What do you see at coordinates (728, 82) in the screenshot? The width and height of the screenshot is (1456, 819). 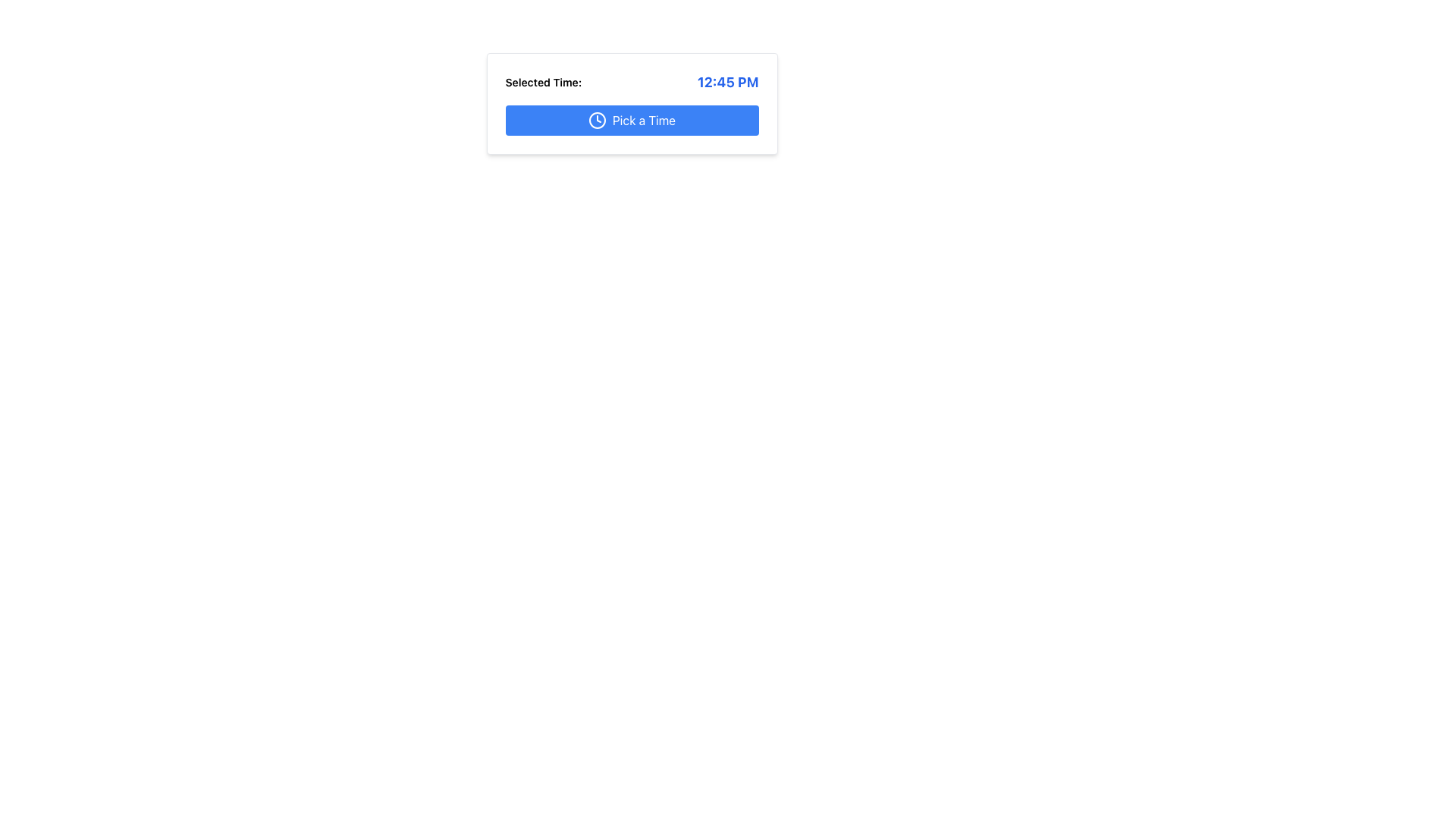 I see `the Text Label displaying '12:45 PM' in bold and large blue font, indicating the currently selected time` at bounding box center [728, 82].